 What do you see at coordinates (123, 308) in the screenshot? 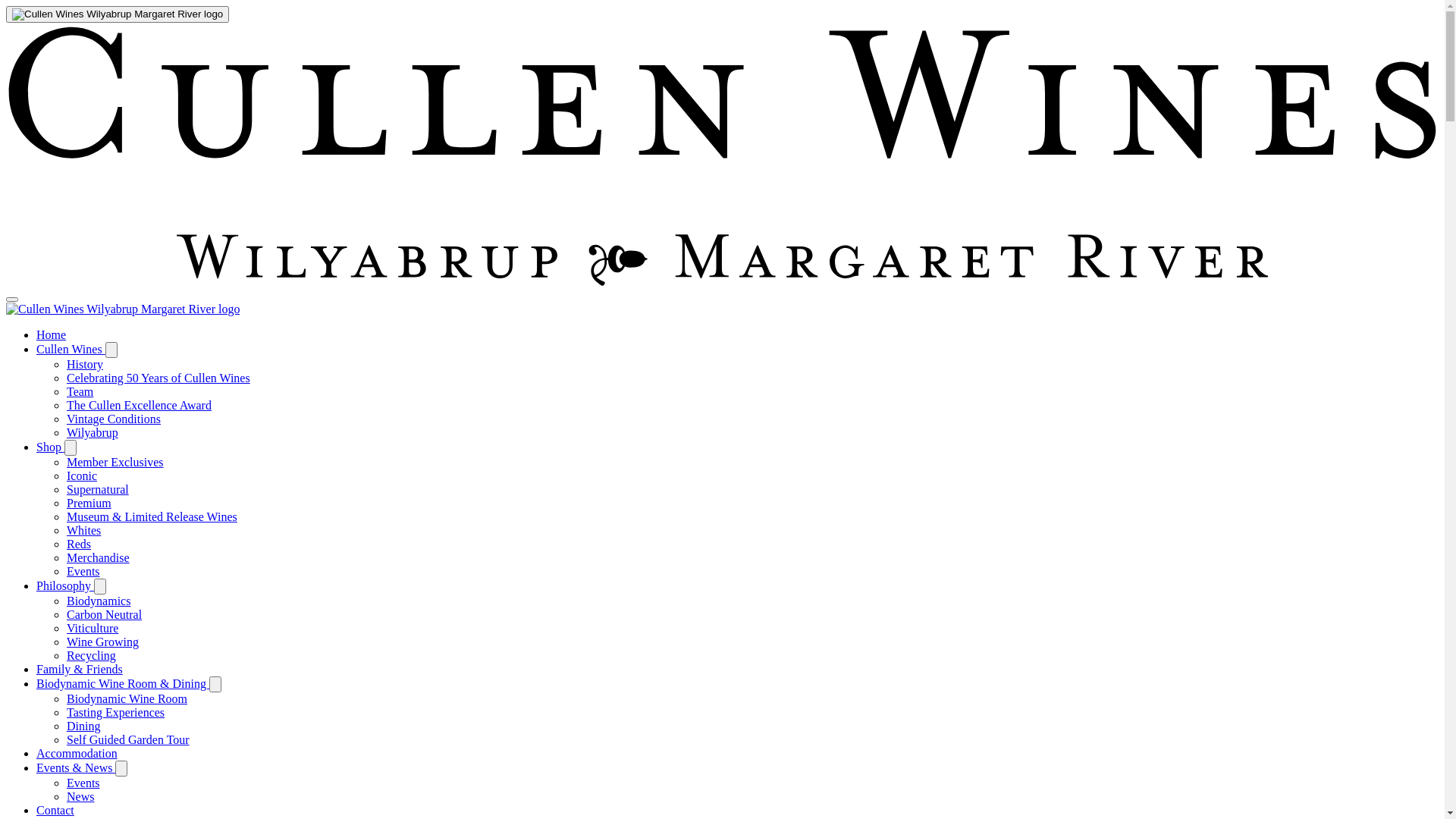
I see `'Cullen Wines Home Page'` at bounding box center [123, 308].